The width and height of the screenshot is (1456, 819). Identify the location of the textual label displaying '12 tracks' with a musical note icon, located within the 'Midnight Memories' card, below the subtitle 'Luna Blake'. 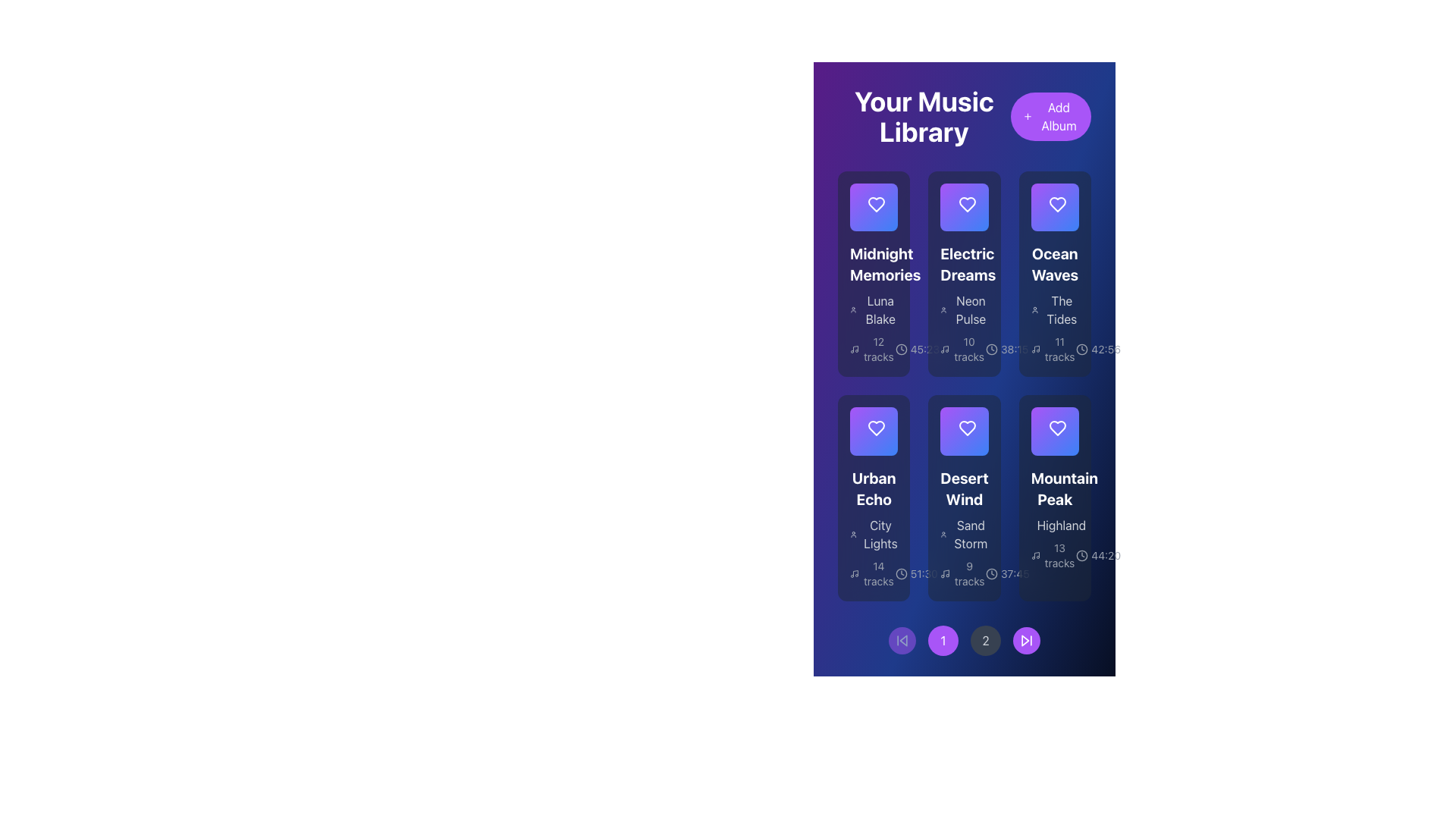
(872, 350).